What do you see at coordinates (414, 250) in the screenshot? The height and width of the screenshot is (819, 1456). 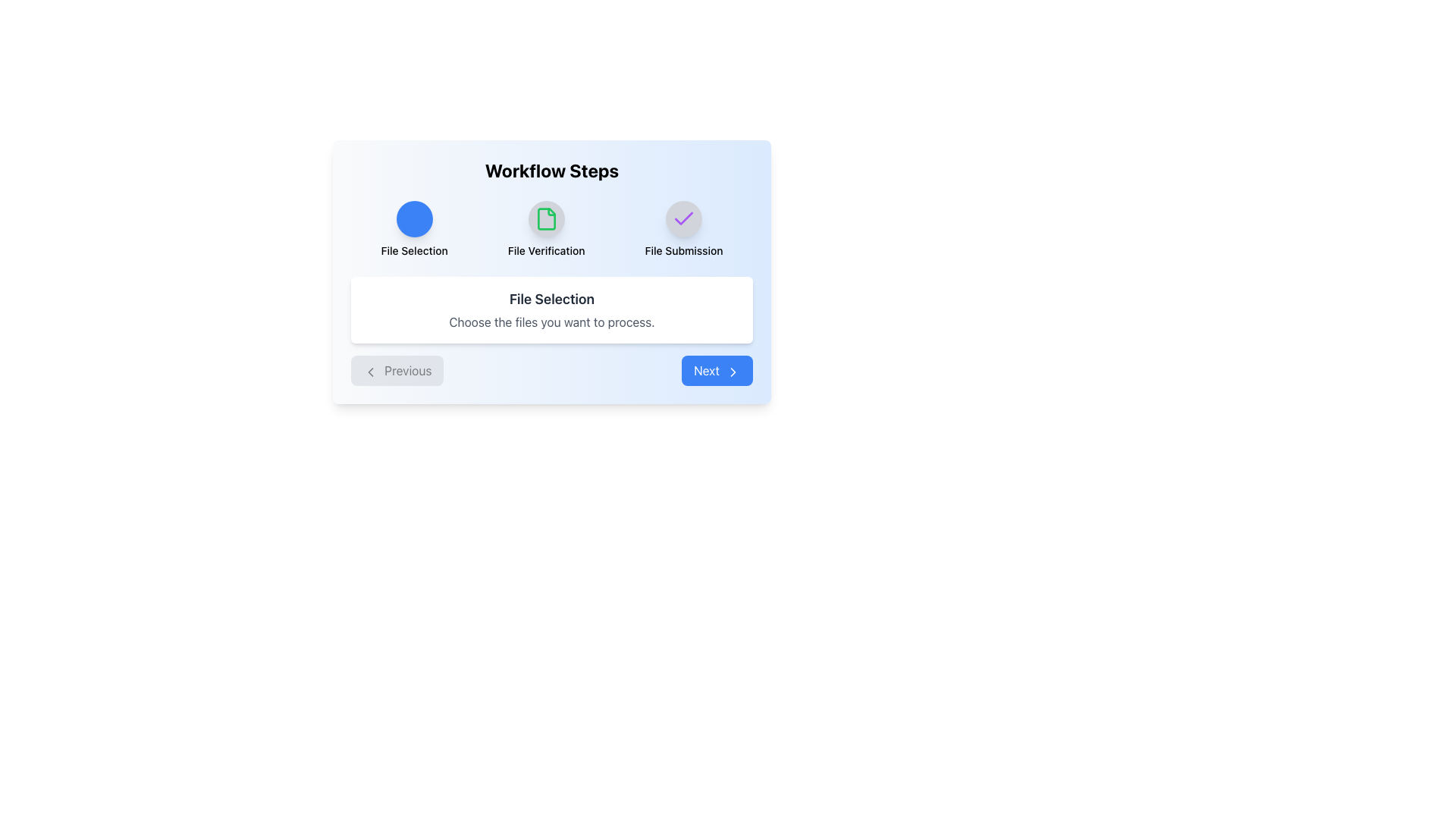 I see `the 'File Selection' text label, which is a small medium-weight font label located centrally below a blue circular icon in the interface` at bounding box center [414, 250].